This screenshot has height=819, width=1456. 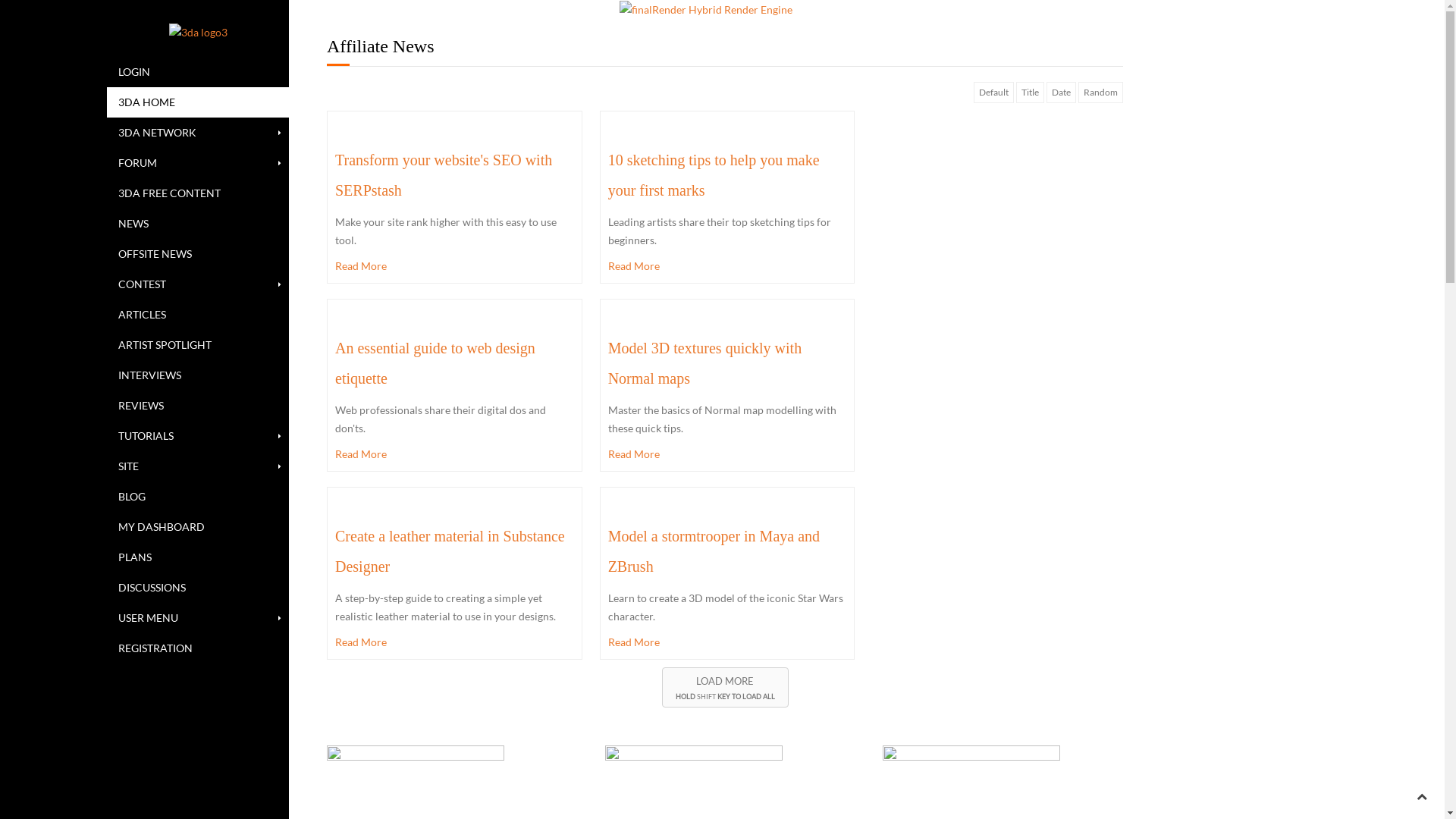 I want to click on 'MY DASHBOARD', so click(x=105, y=526).